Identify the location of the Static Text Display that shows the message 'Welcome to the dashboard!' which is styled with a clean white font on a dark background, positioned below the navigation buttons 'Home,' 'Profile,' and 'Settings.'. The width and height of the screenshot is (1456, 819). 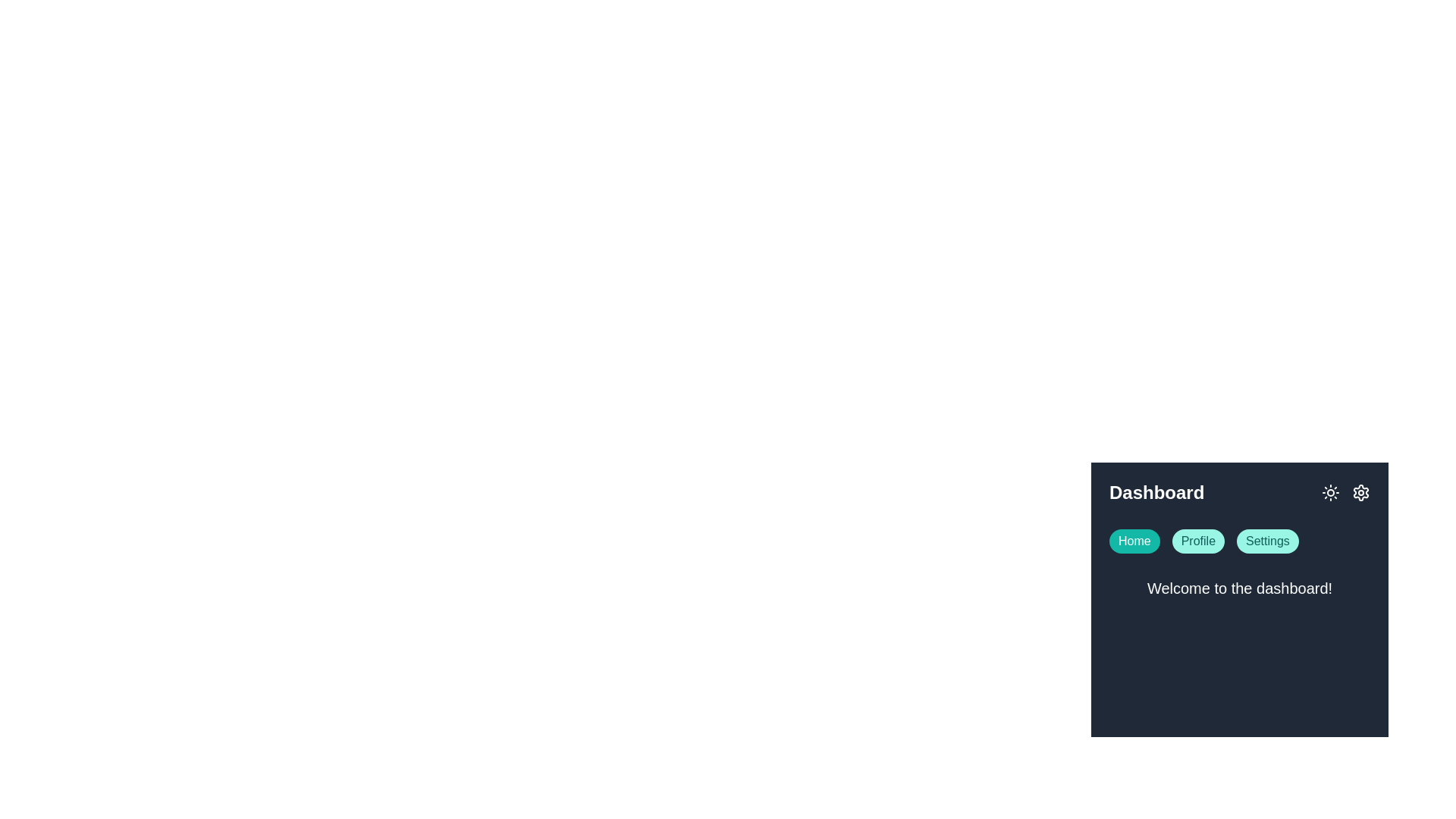
(1240, 590).